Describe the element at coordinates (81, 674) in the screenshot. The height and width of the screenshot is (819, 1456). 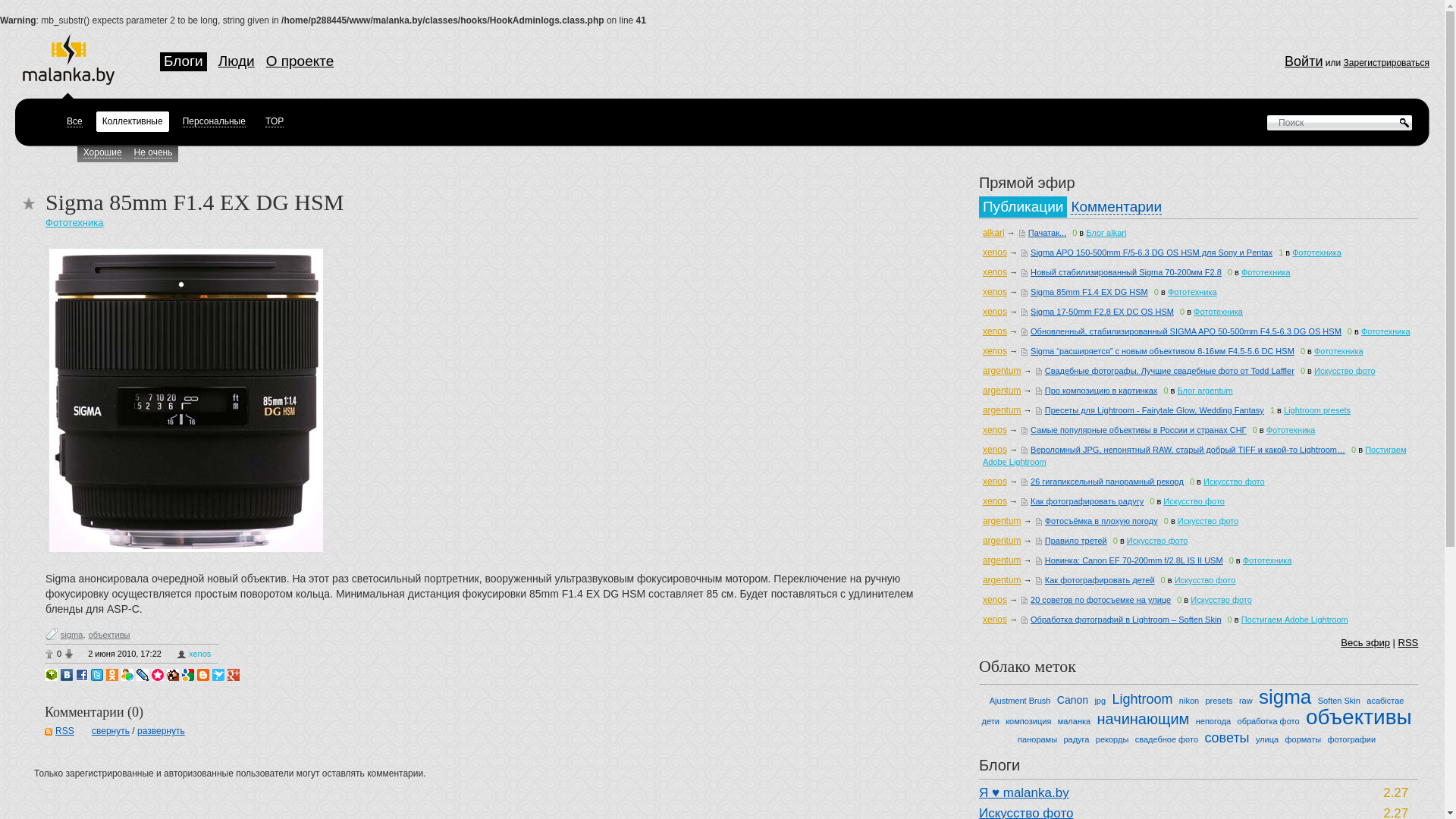
I see `'Facebook'` at that location.